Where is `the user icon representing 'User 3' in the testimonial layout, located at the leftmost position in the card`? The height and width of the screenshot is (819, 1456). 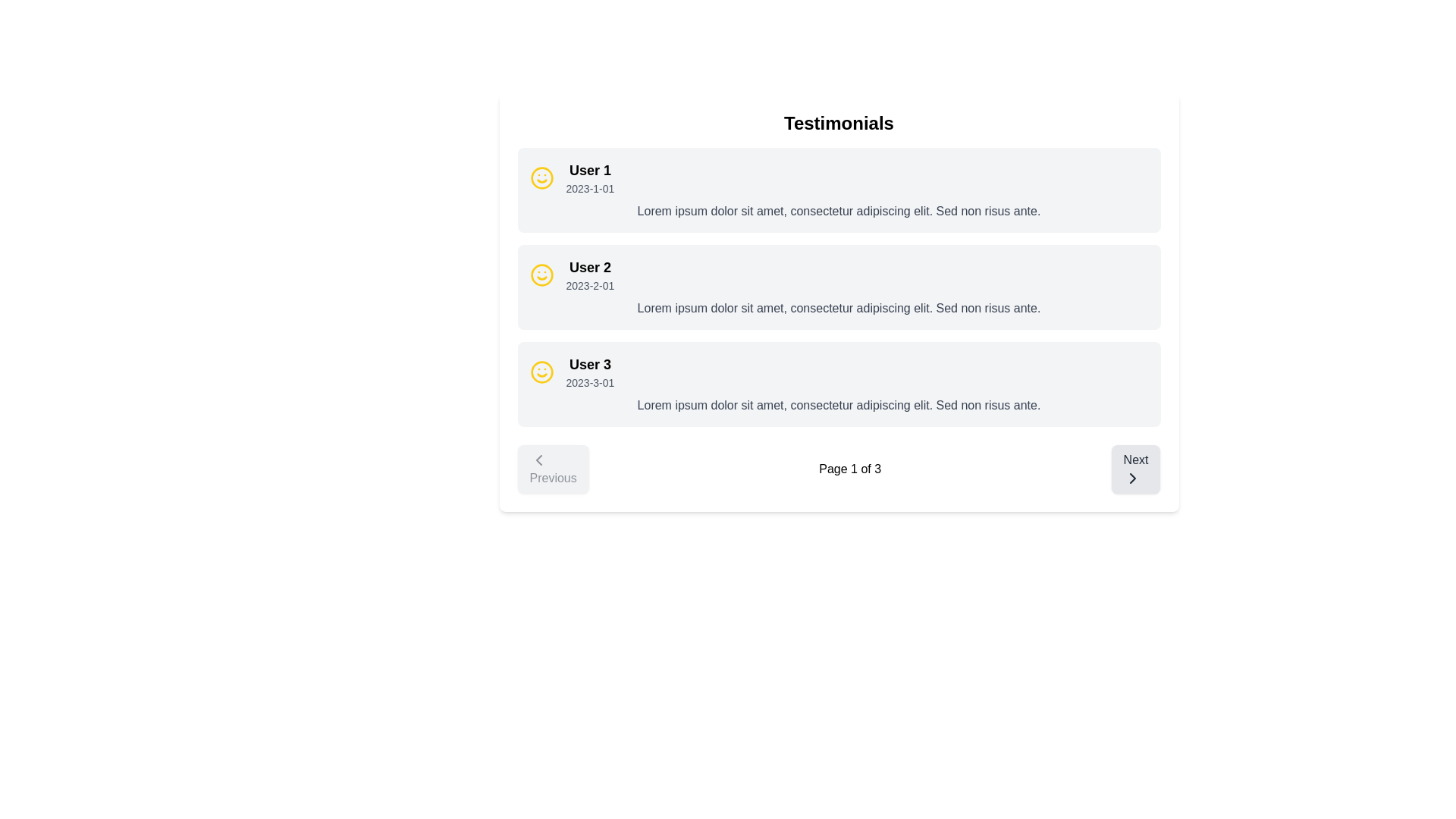
the user icon representing 'User 3' in the testimonial layout, located at the leftmost position in the card is located at coordinates (541, 372).